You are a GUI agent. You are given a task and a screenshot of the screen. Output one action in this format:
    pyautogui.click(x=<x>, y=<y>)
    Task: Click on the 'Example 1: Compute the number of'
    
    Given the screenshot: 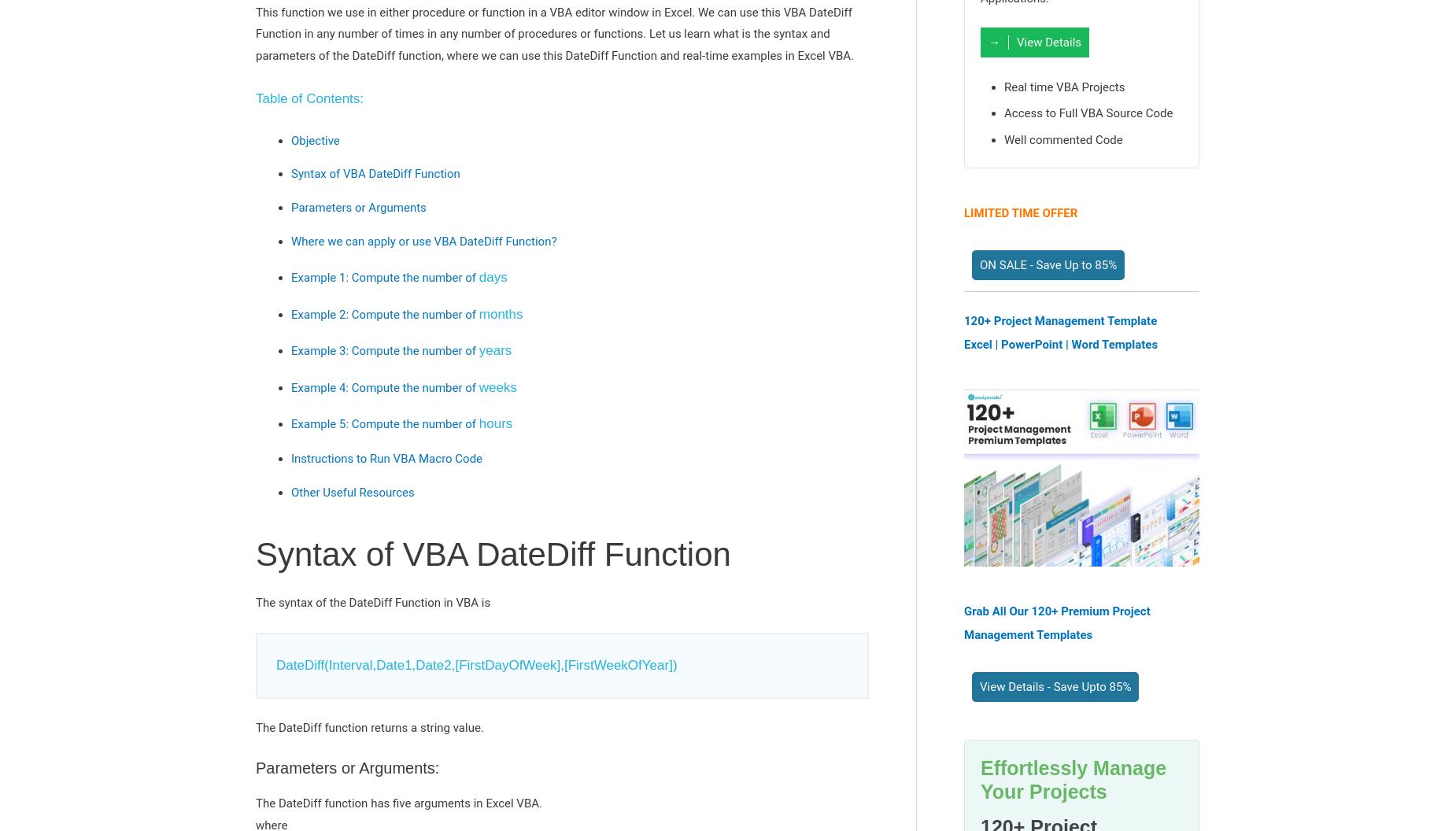 What is the action you would take?
    pyautogui.click(x=384, y=277)
    